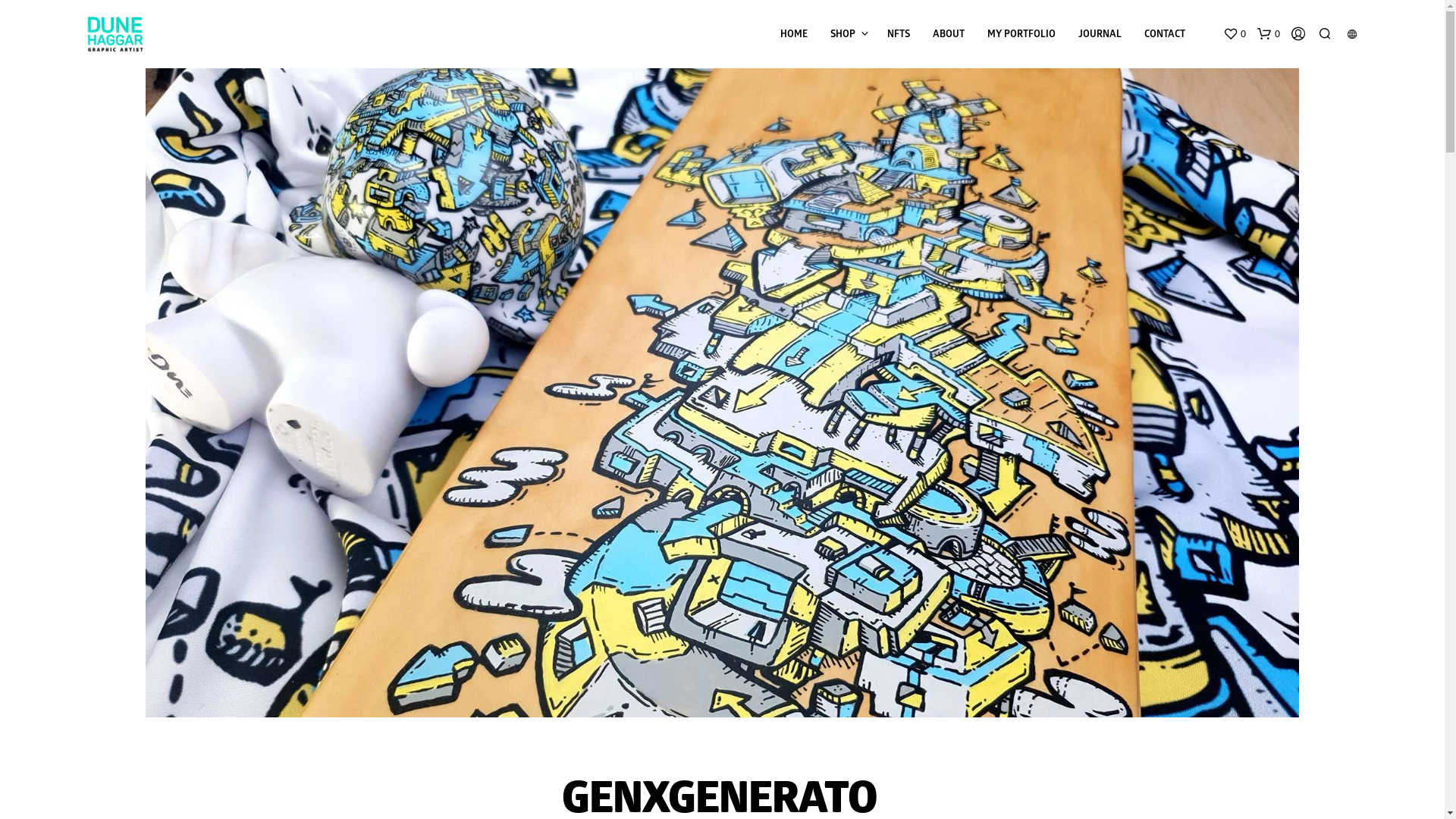 This screenshot has height=819, width=1456. I want to click on 'HOME', so click(792, 34).